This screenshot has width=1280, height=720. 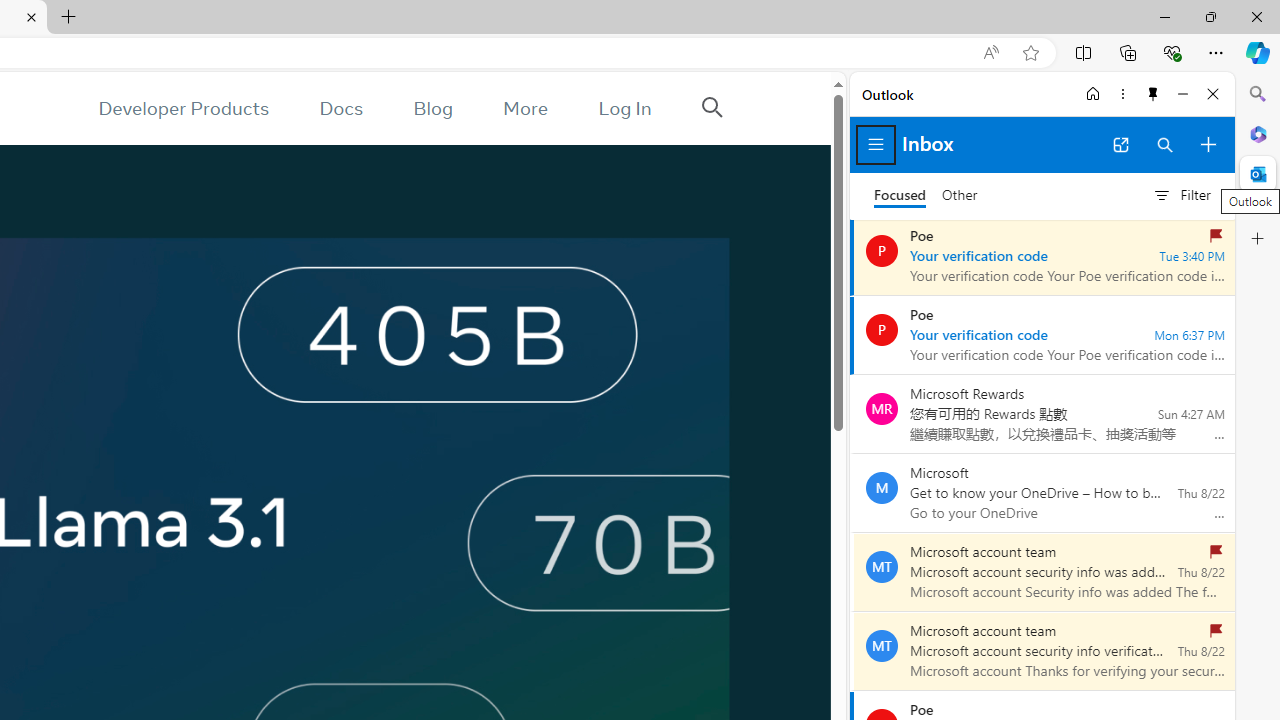 What do you see at coordinates (1153, 93) in the screenshot?
I see `'Unpin side pane'` at bounding box center [1153, 93].